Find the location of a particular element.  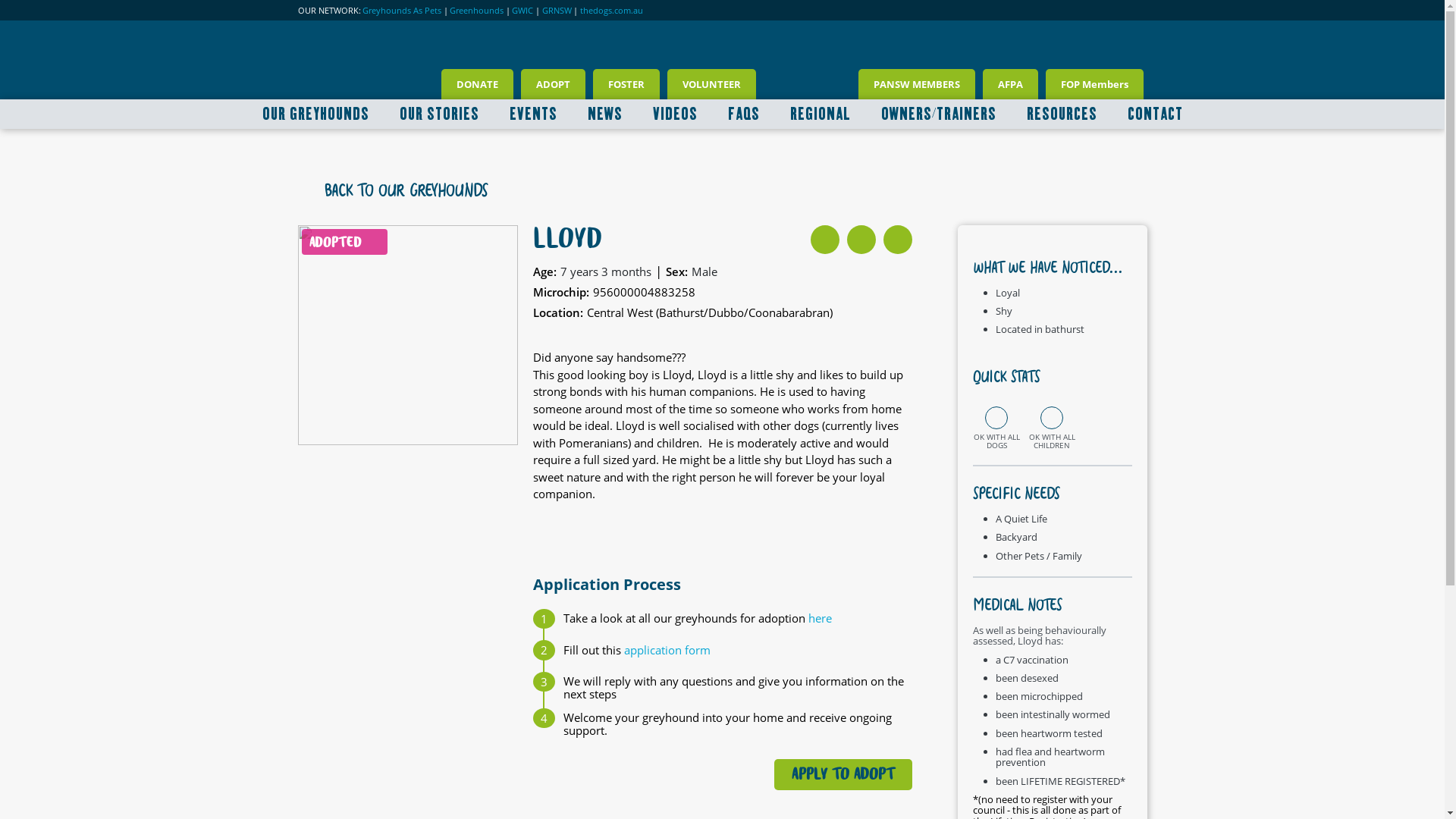

'GWIC' is located at coordinates (522, 11).